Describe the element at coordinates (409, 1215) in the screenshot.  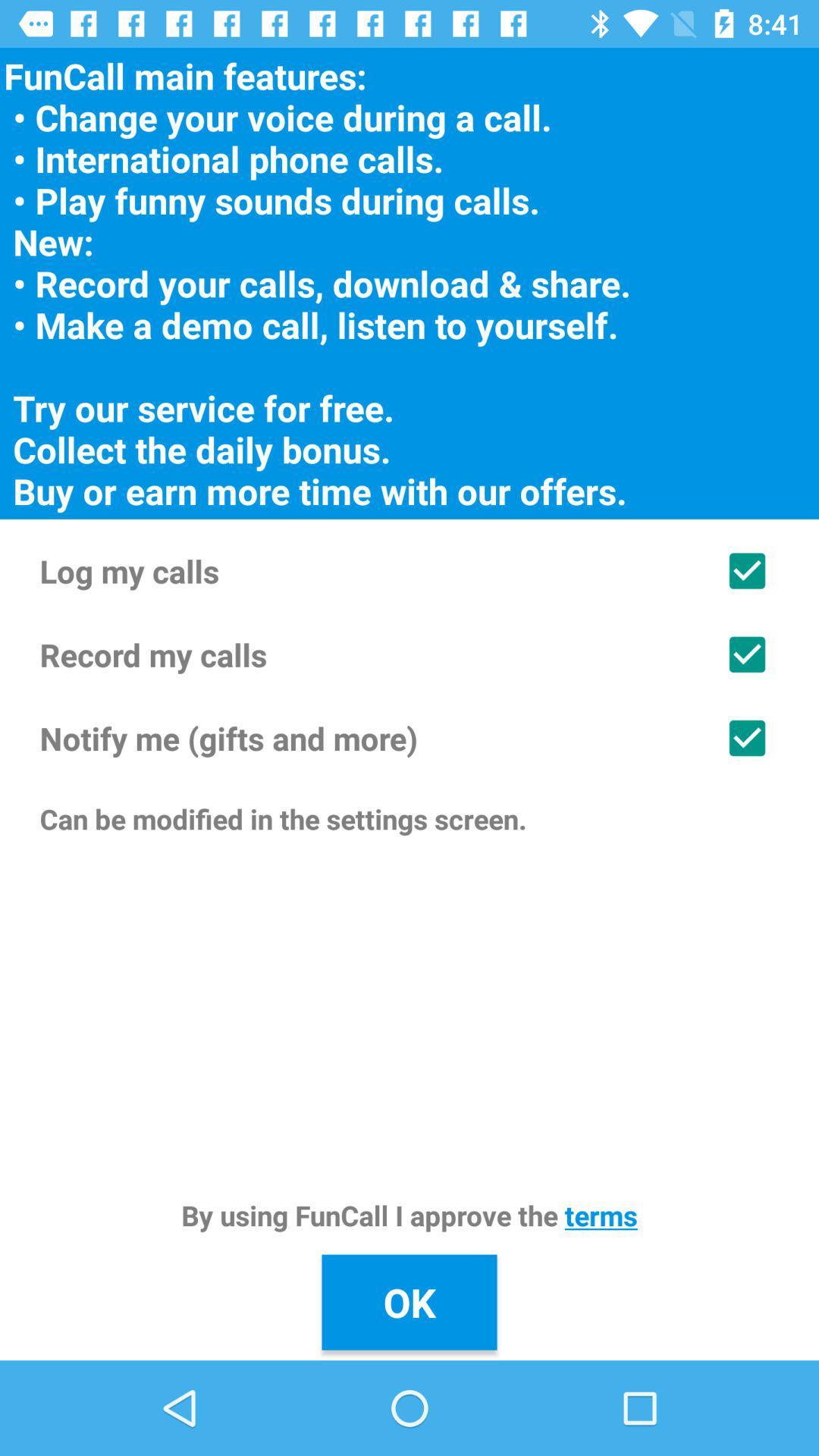
I see `the button above the ok icon` at that location.